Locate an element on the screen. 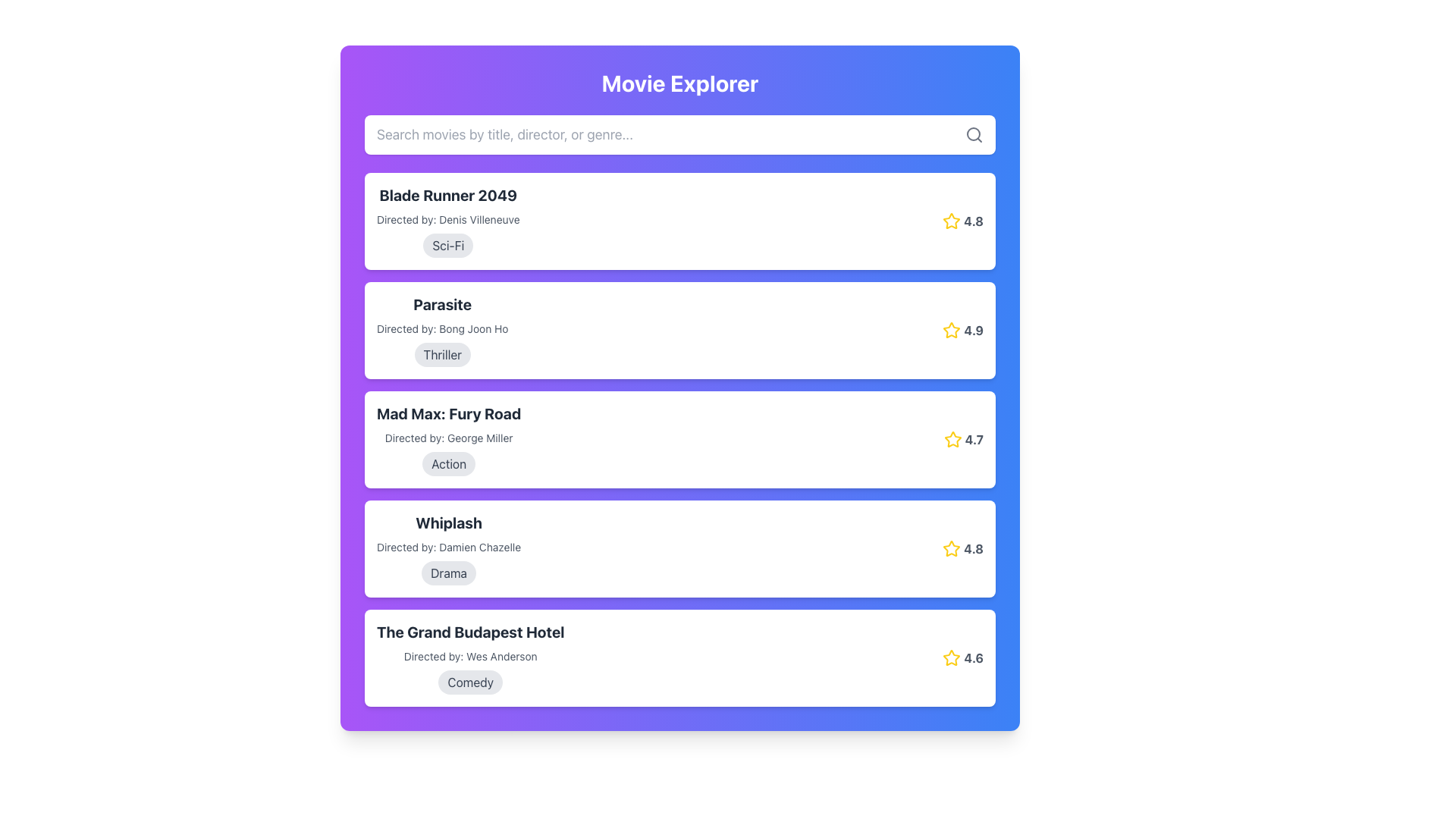  numerical rating text displaying a score of 4.8 next to the star icon for the item titled 'Whiplash' located on the right side of the list entry is located at coordinates (974, 549).